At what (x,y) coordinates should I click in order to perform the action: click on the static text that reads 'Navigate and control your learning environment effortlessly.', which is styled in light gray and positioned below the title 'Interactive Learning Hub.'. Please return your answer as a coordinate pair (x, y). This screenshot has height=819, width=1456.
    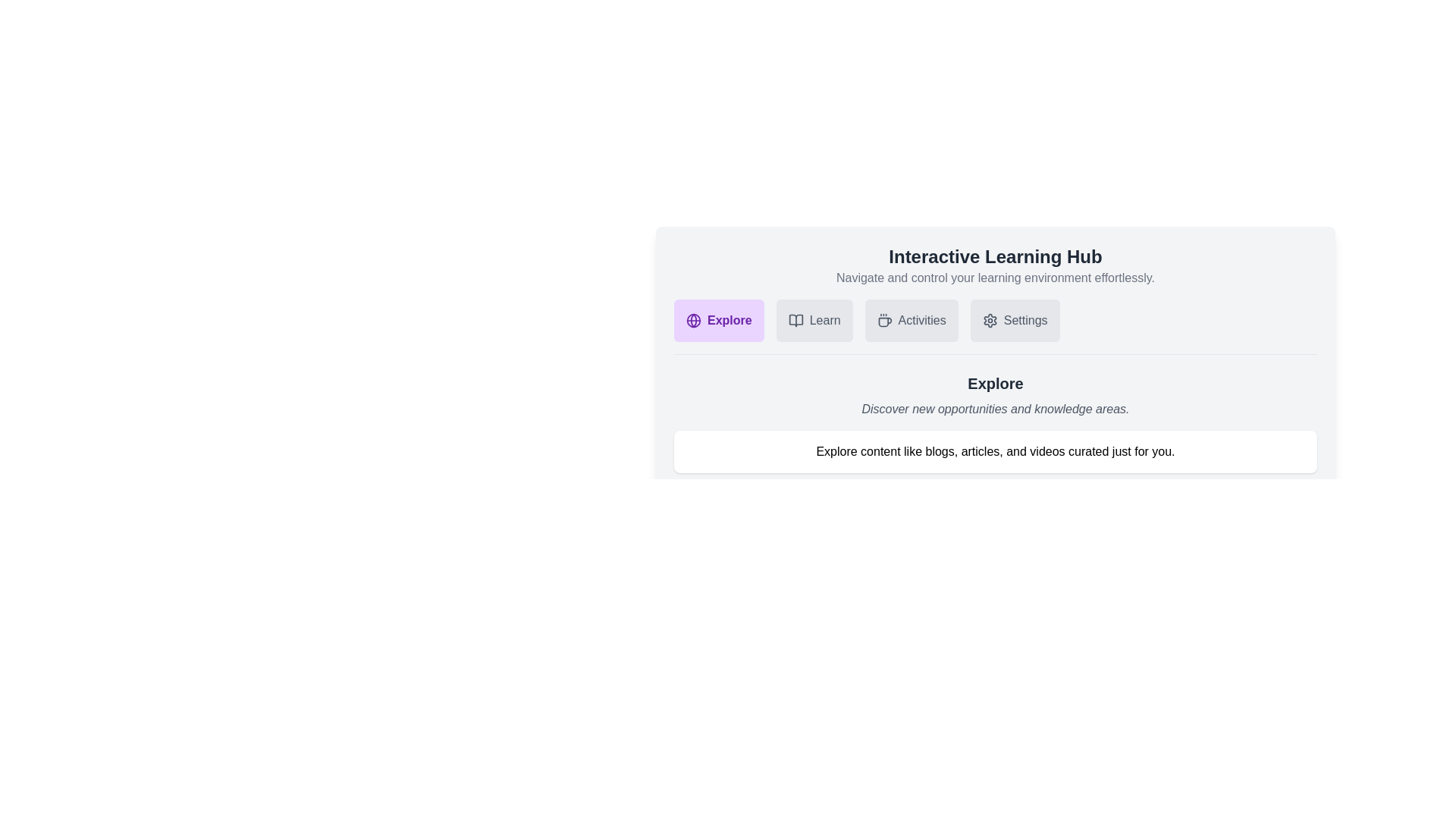
    Looking at the image, I should click on (996, 278).